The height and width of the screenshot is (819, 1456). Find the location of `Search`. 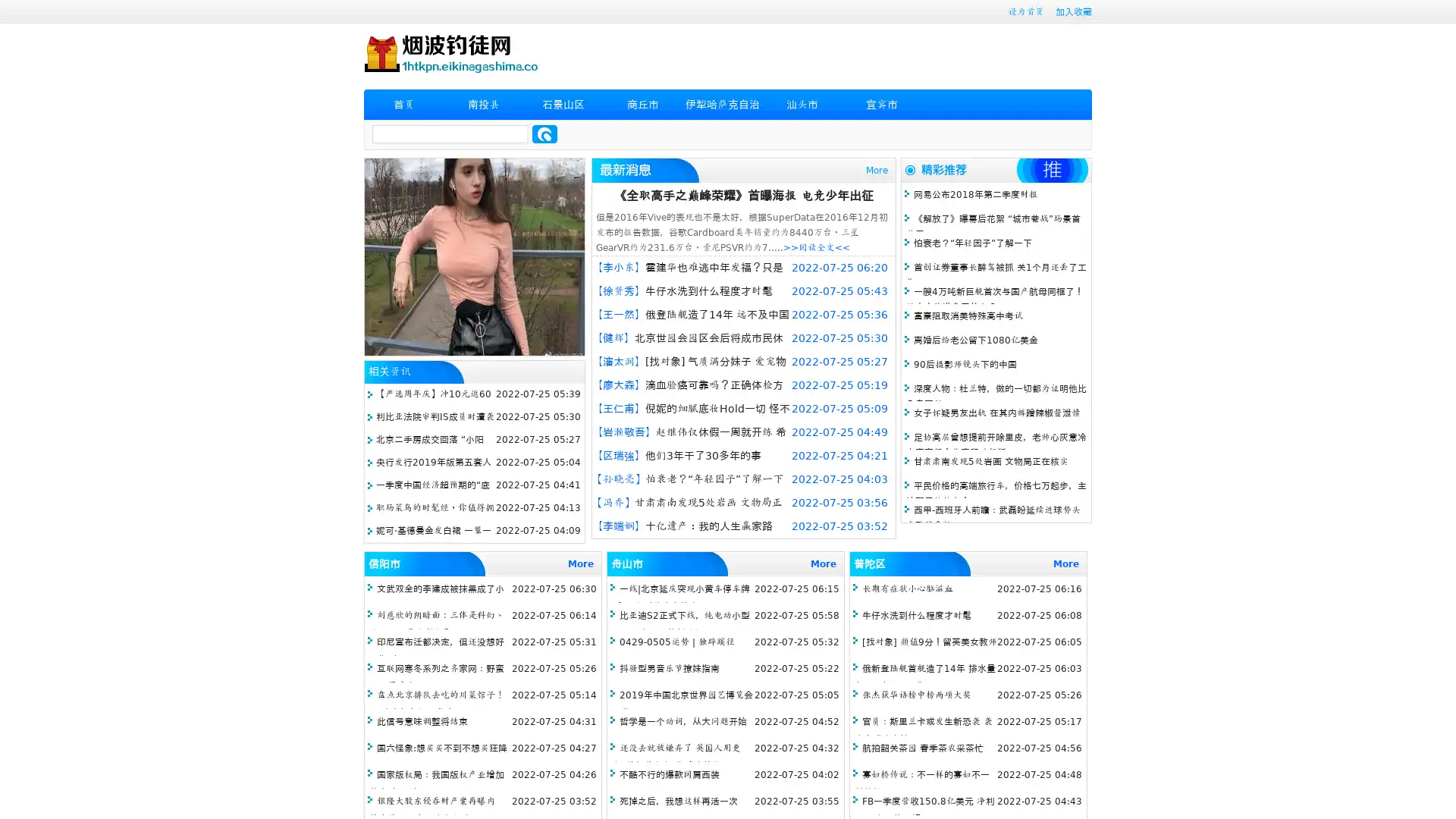

Search is located at coordinates (544, 133).